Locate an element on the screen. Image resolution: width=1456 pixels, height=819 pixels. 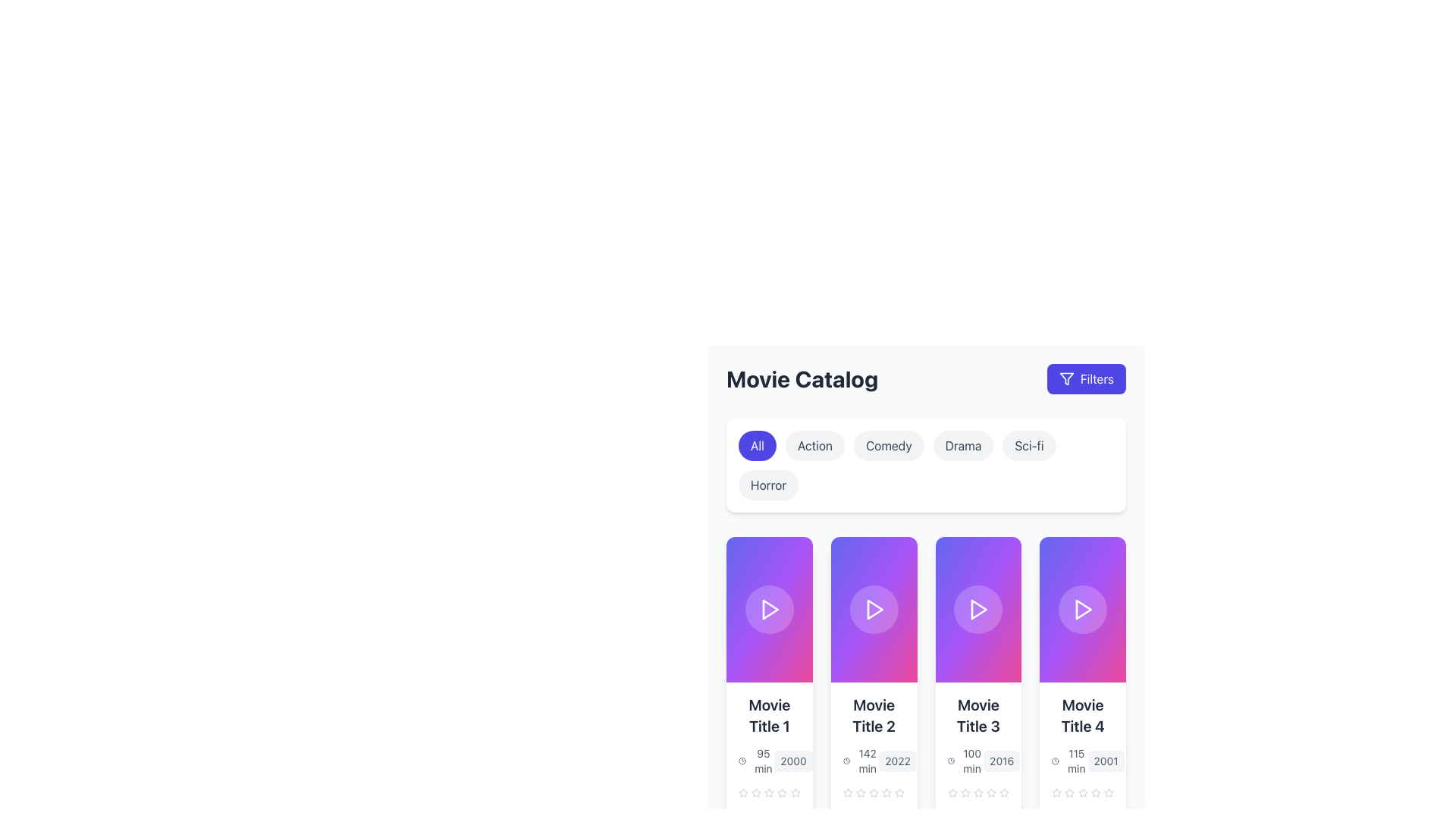
the triangular play button icon with a transparent inner area and a bold border, located in the second card of the movie catalog section is located at coordinates (874, 608).